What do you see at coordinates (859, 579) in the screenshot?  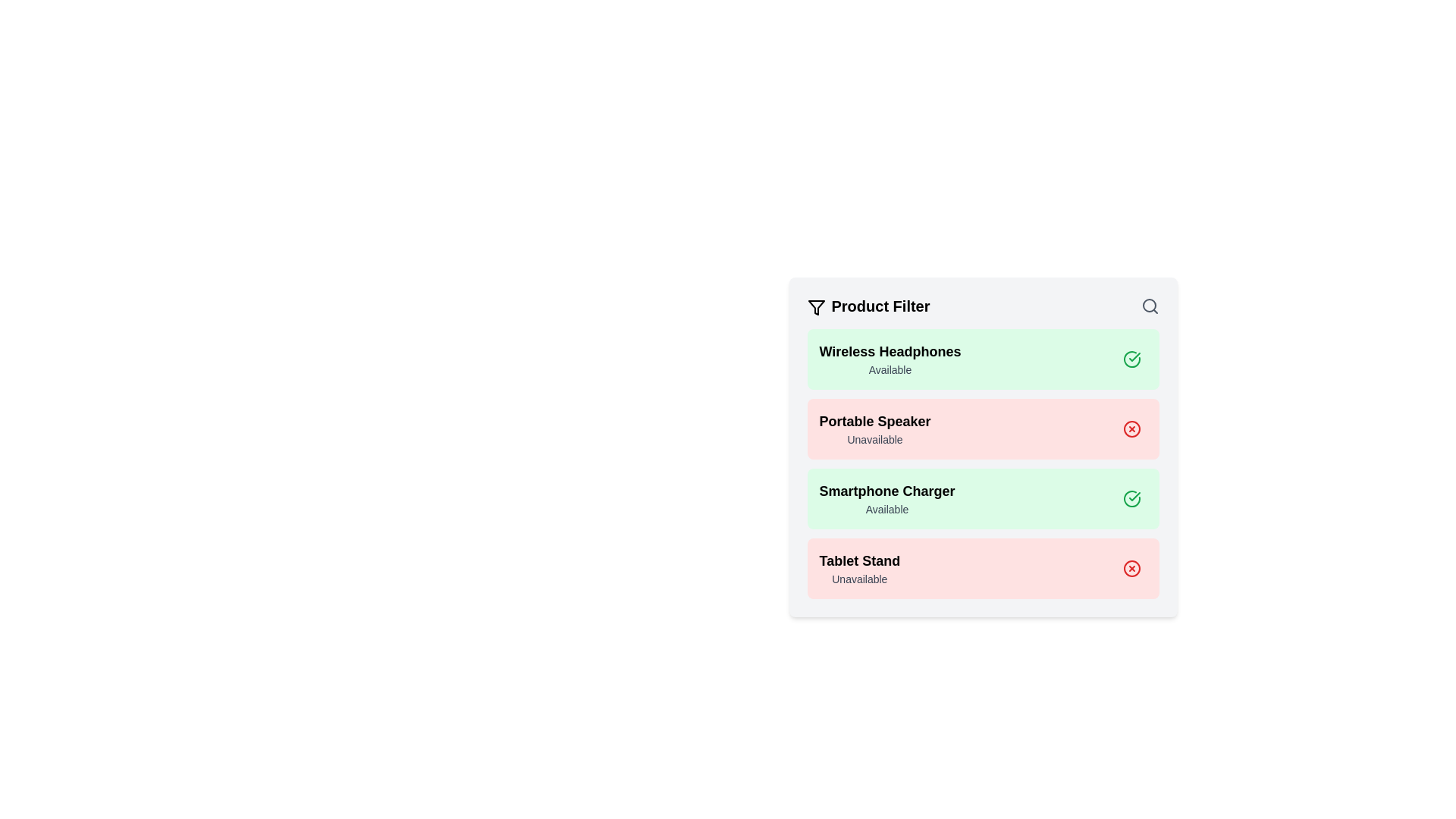 I see `the 'Unavailable' label with gray font on a pink background, located beneath the 'Tablet Stand' item's title in the product filter list` at bounding box center [859, 579].